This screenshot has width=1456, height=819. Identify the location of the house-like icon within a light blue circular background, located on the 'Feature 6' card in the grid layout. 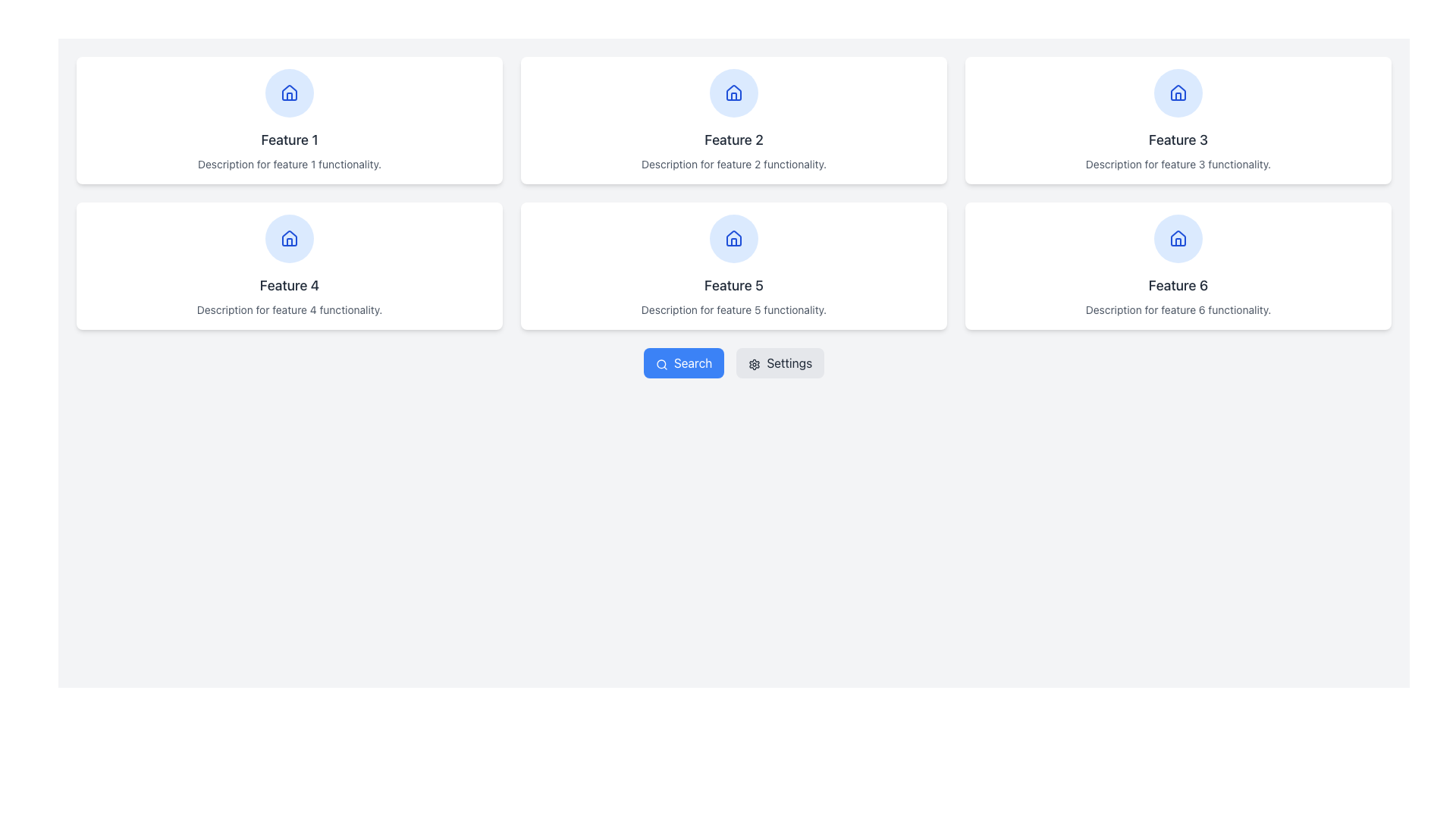
(1178, 237).